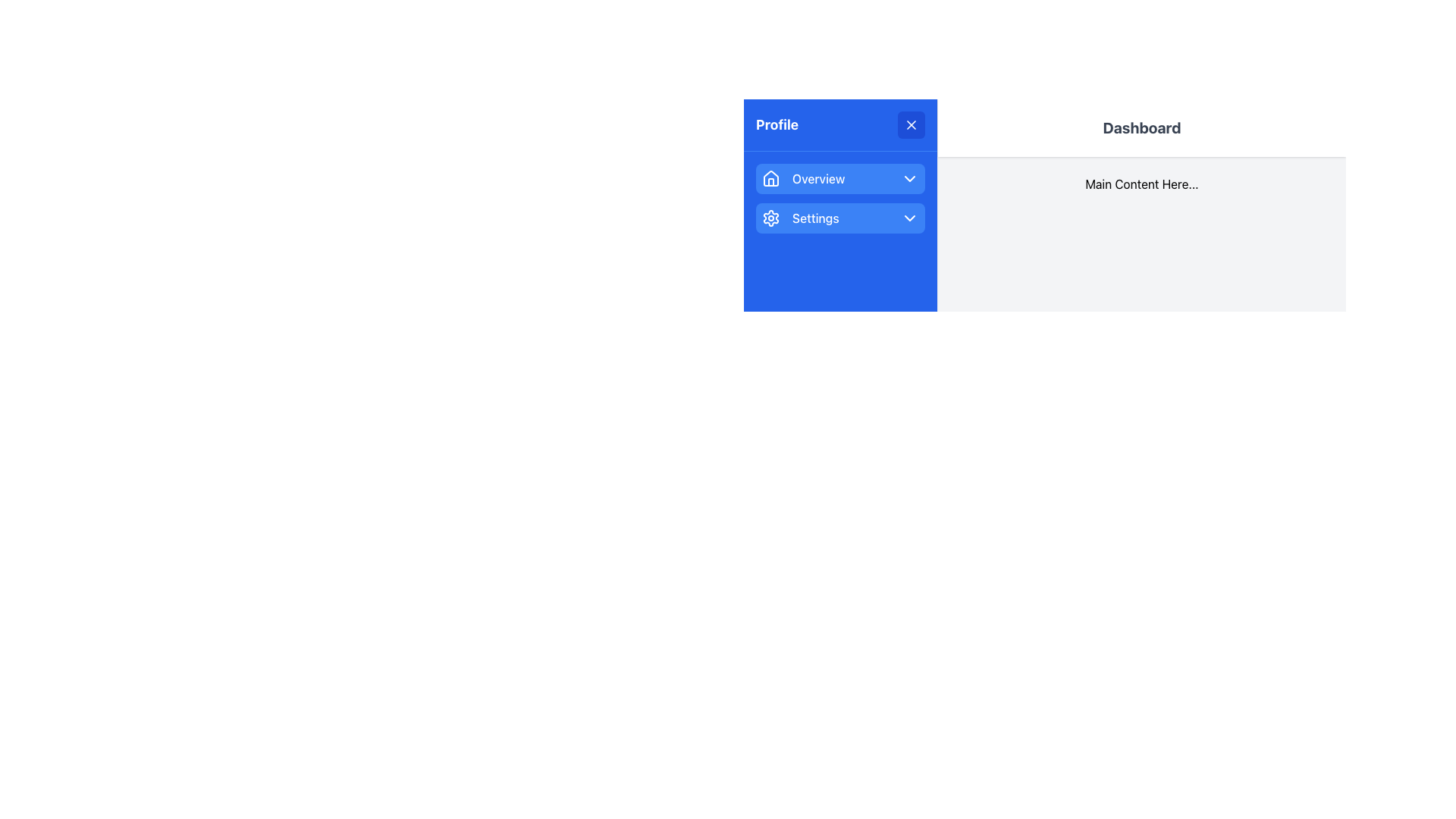 The height and width of the screenshot is (819, 1456). What do you see at coordinates (910, 124) in the screenshot?
I see `the close button graphic located in the top-right corner of the blue 'Profile' sidebar` at bounding box center [910, 124].